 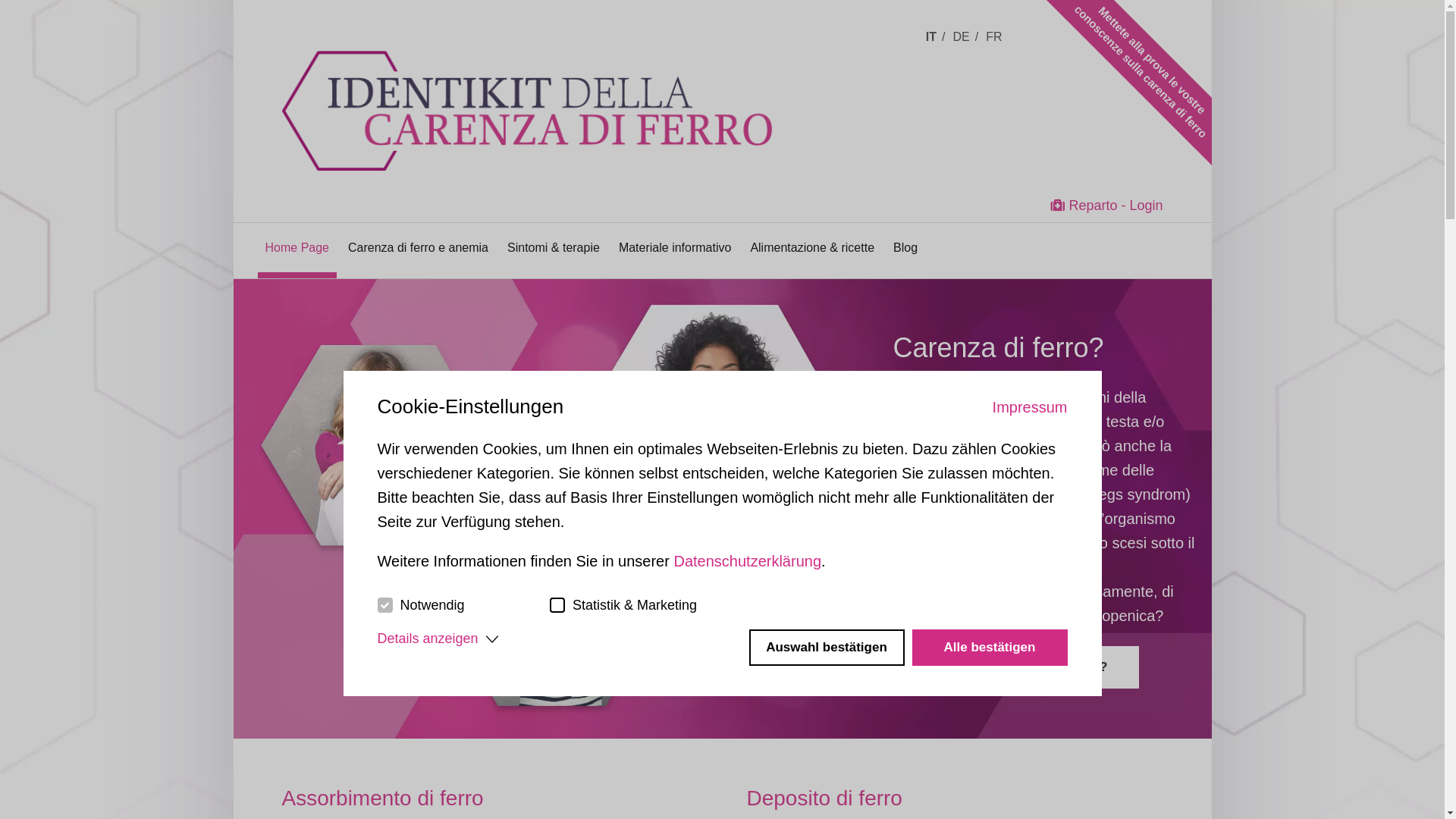 I want to click on 'Impressum', so click(x=1030, y=406).